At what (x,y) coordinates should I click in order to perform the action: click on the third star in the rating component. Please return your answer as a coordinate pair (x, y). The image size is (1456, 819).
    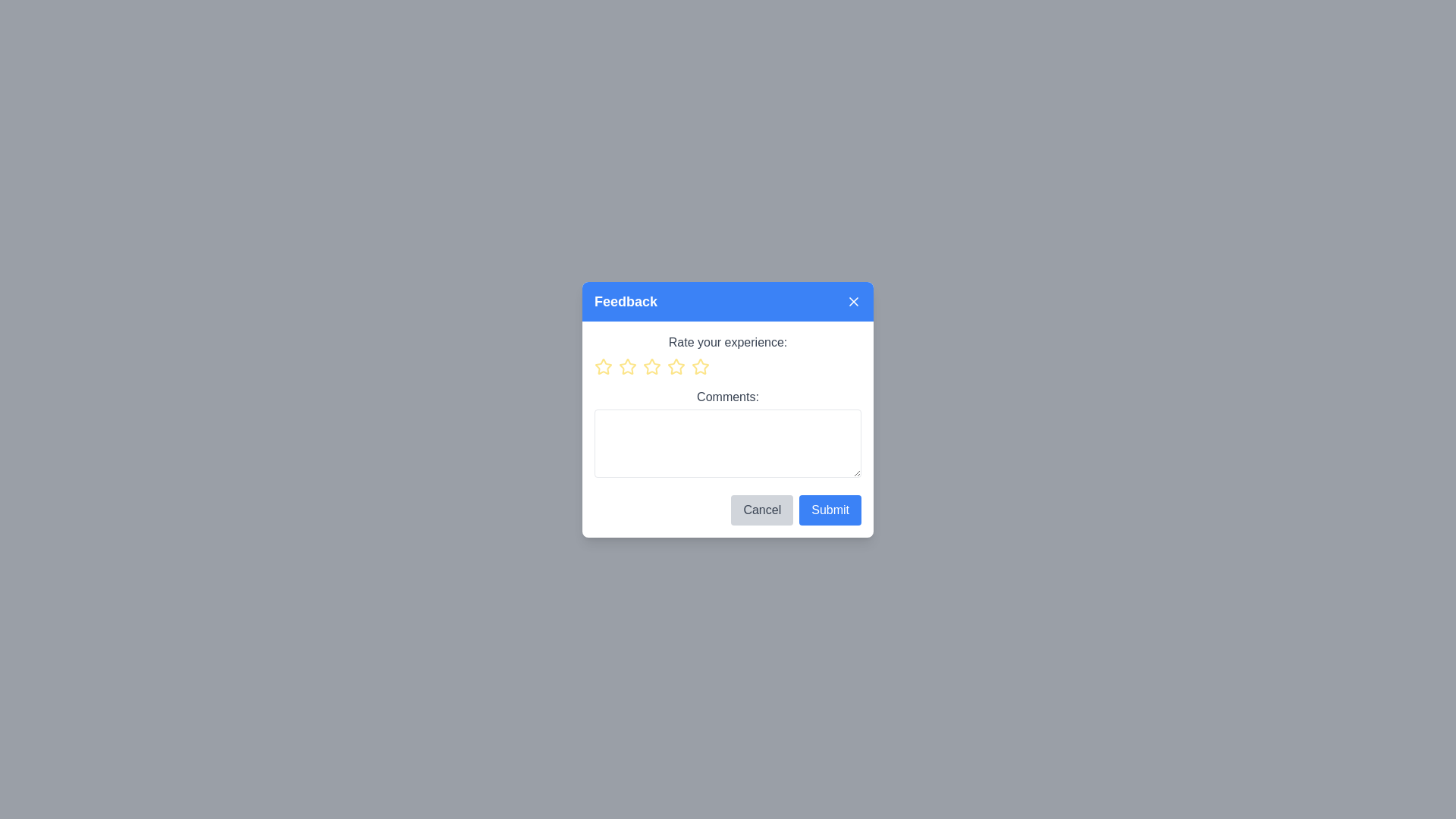
    Looking at the image, I should click on (651, 366).